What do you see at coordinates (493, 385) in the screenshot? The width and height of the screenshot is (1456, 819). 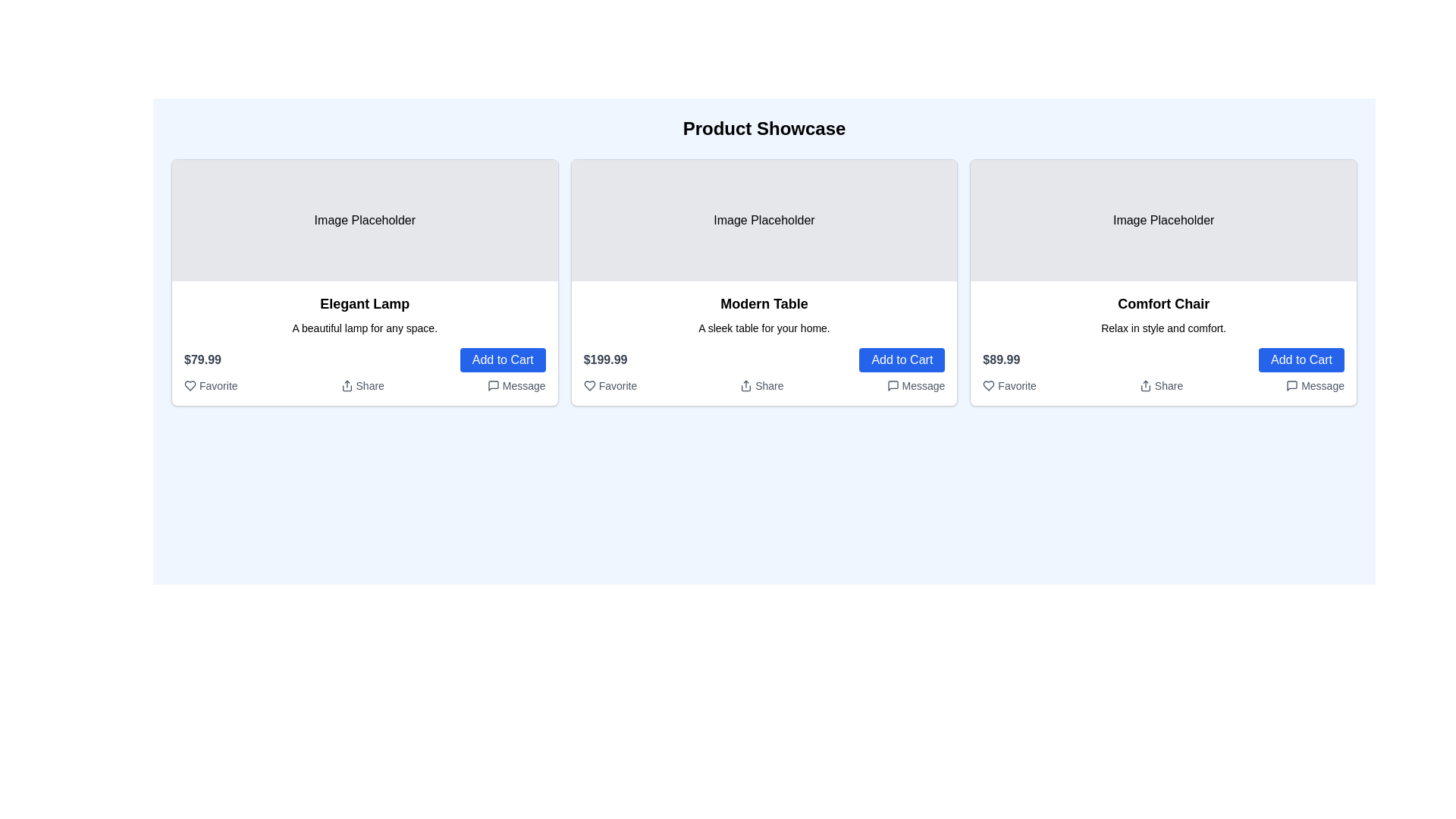 I see `the message icon located` at bounding box center [493, 385].